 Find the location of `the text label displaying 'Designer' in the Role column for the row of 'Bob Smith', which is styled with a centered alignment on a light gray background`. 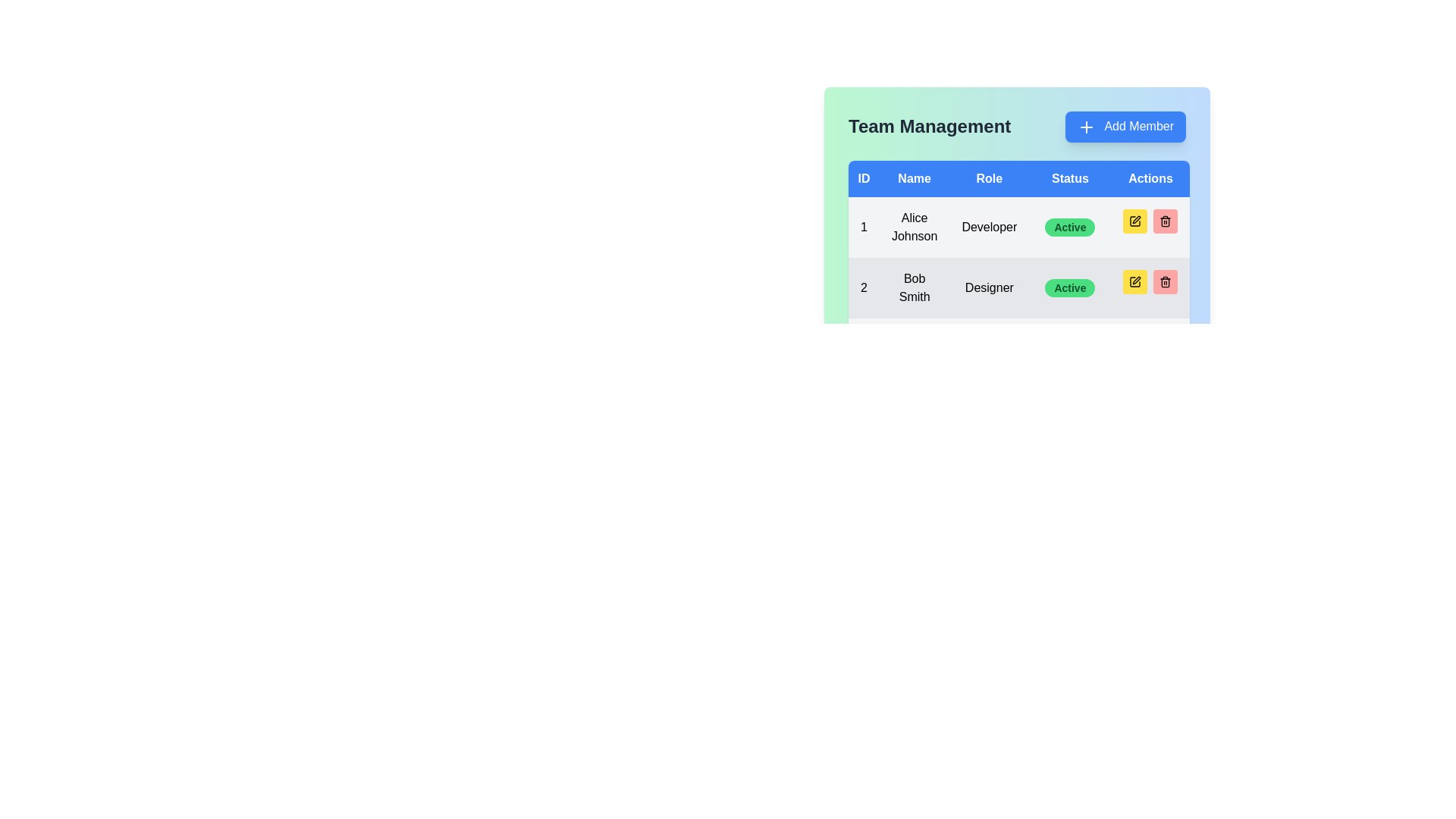

the text label displaying 'Designer' in the Role column for the row of 'Bob Smith', which is styled with a centered alignment on a light gray background is located at coordinates (989, 287).